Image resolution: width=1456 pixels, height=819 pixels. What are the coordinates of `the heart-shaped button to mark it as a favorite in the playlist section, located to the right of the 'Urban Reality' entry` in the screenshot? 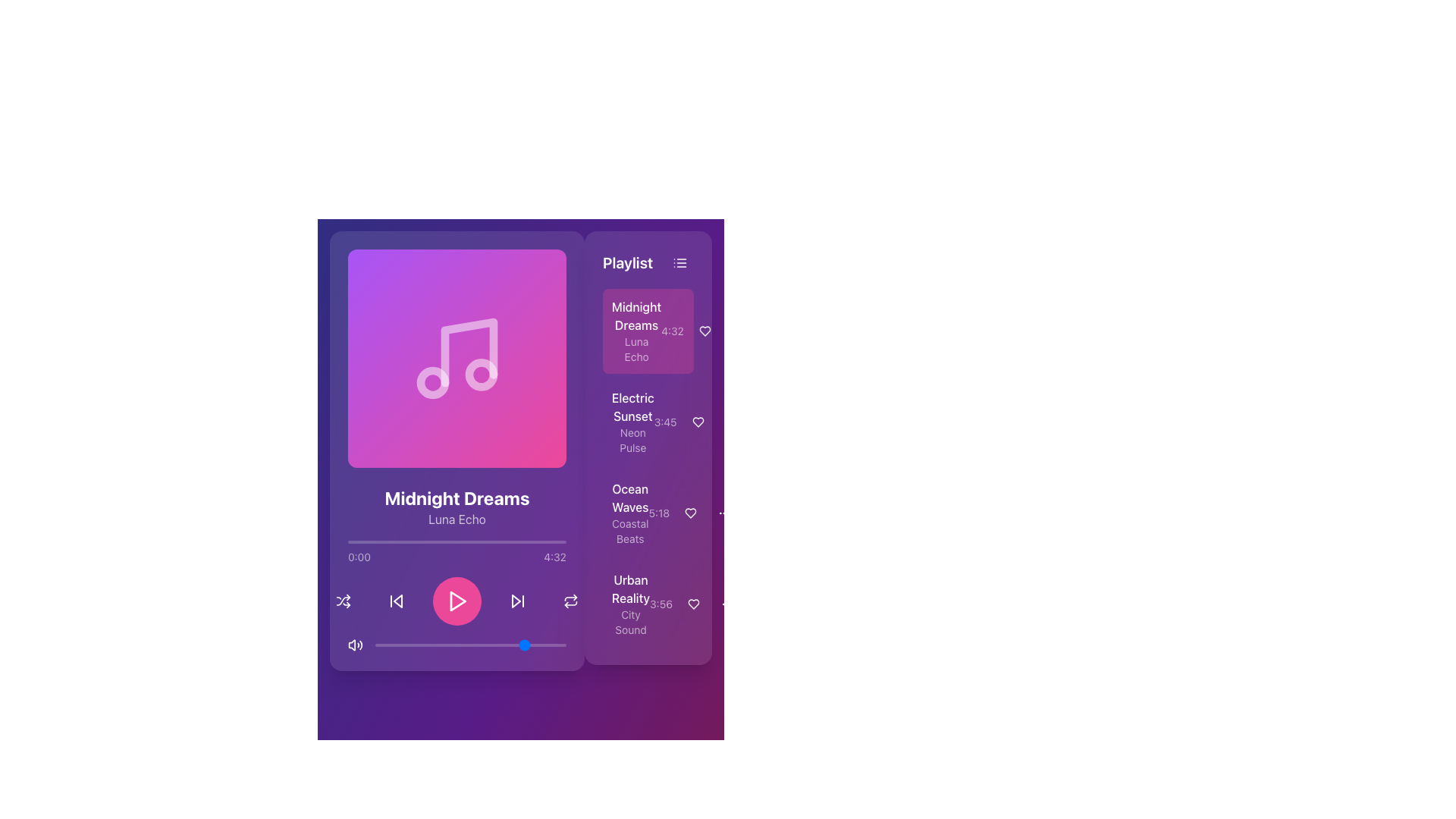 It's located at (693, 604).